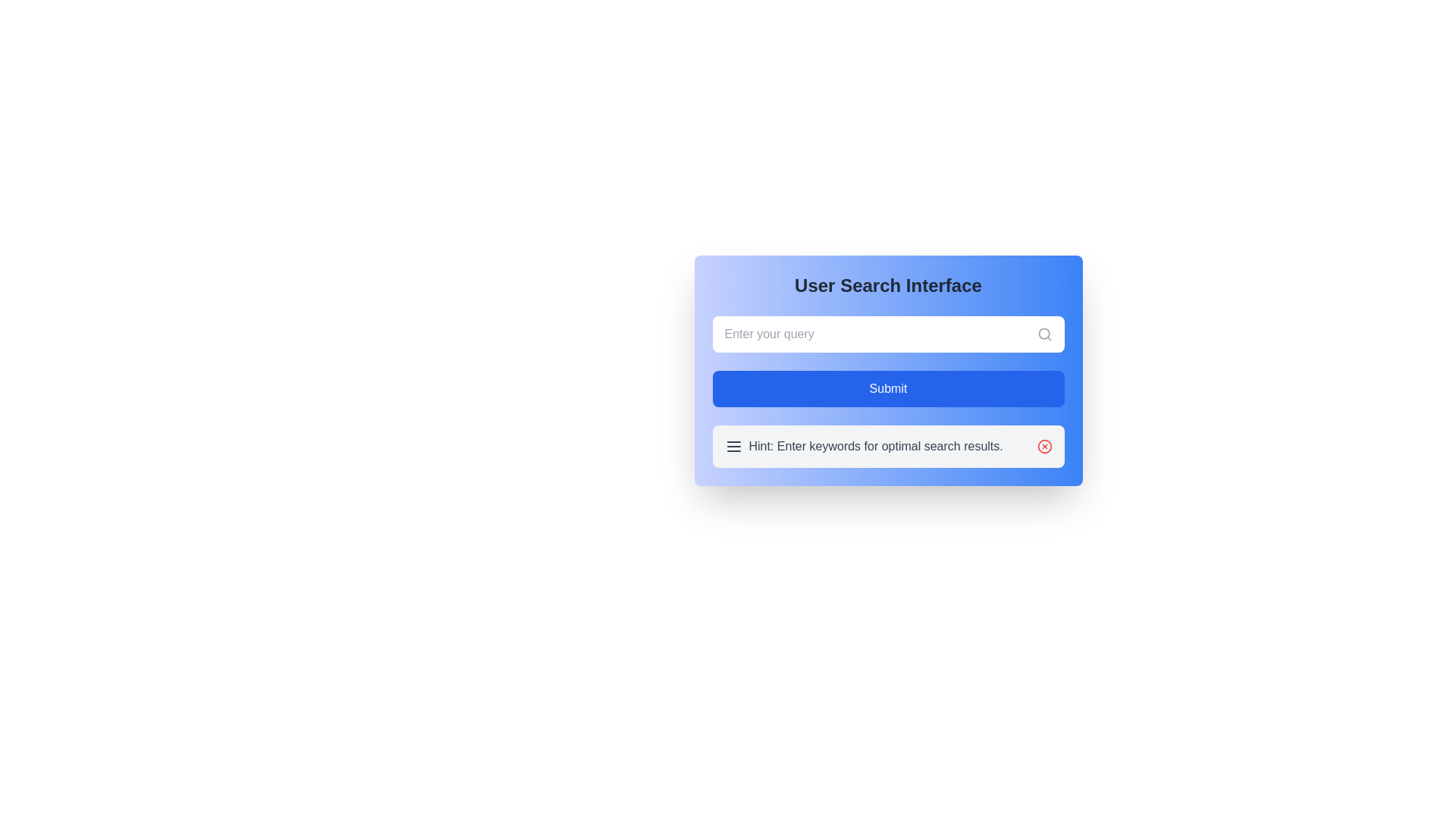 The height and width of the screenshot is (819, 1456). Describe the element at coordinates (888, 388) in the screenshot. I see `the submit button located directly below the input field labeled 'Enter your query' to initiate the submit action` at that location.